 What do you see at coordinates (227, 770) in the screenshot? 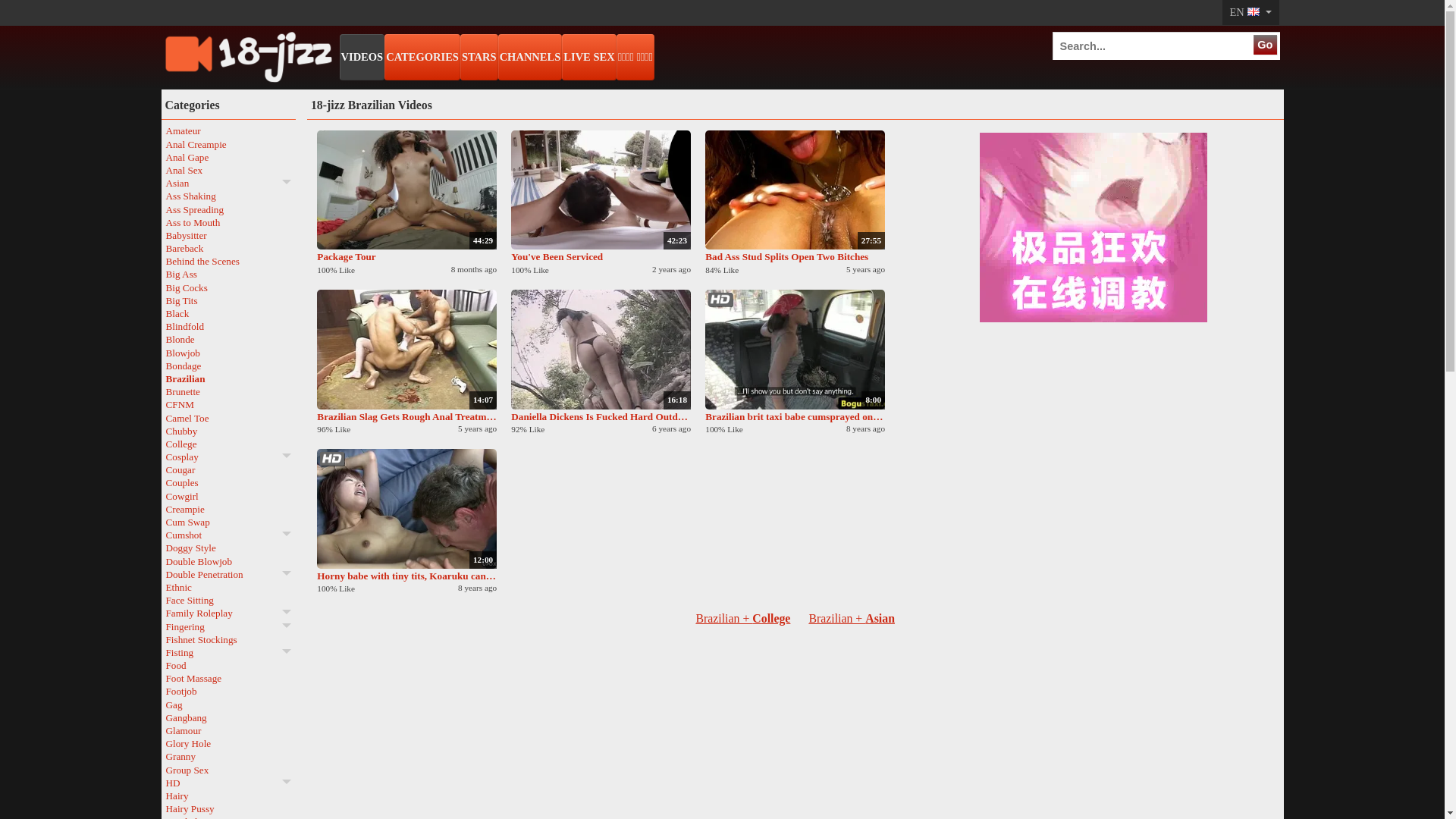
I see `'Group Sex'` at bounding box center [227, 770].